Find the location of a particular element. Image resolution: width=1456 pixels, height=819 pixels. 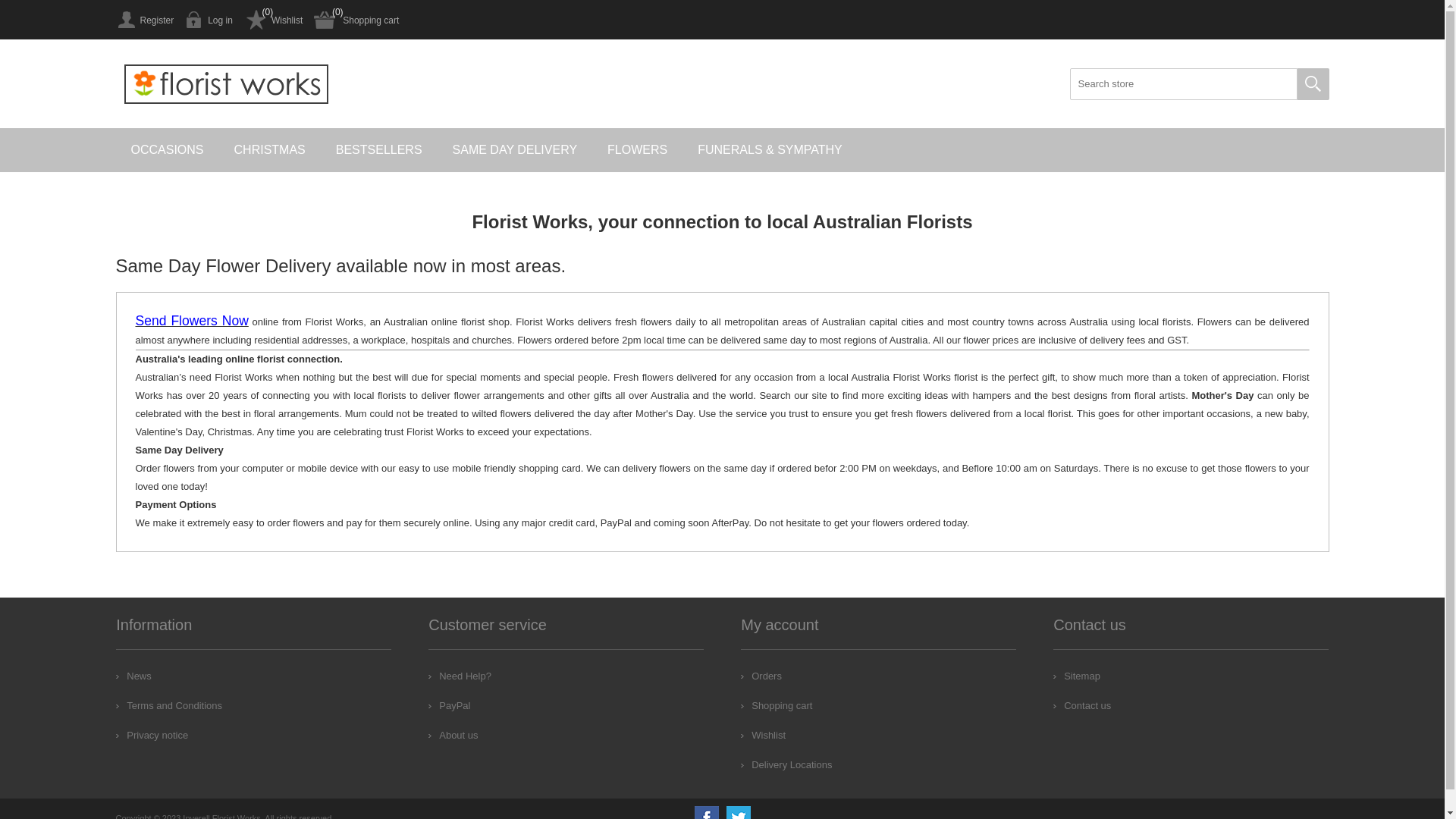

'Orders' is located at coordinates (761, 675).